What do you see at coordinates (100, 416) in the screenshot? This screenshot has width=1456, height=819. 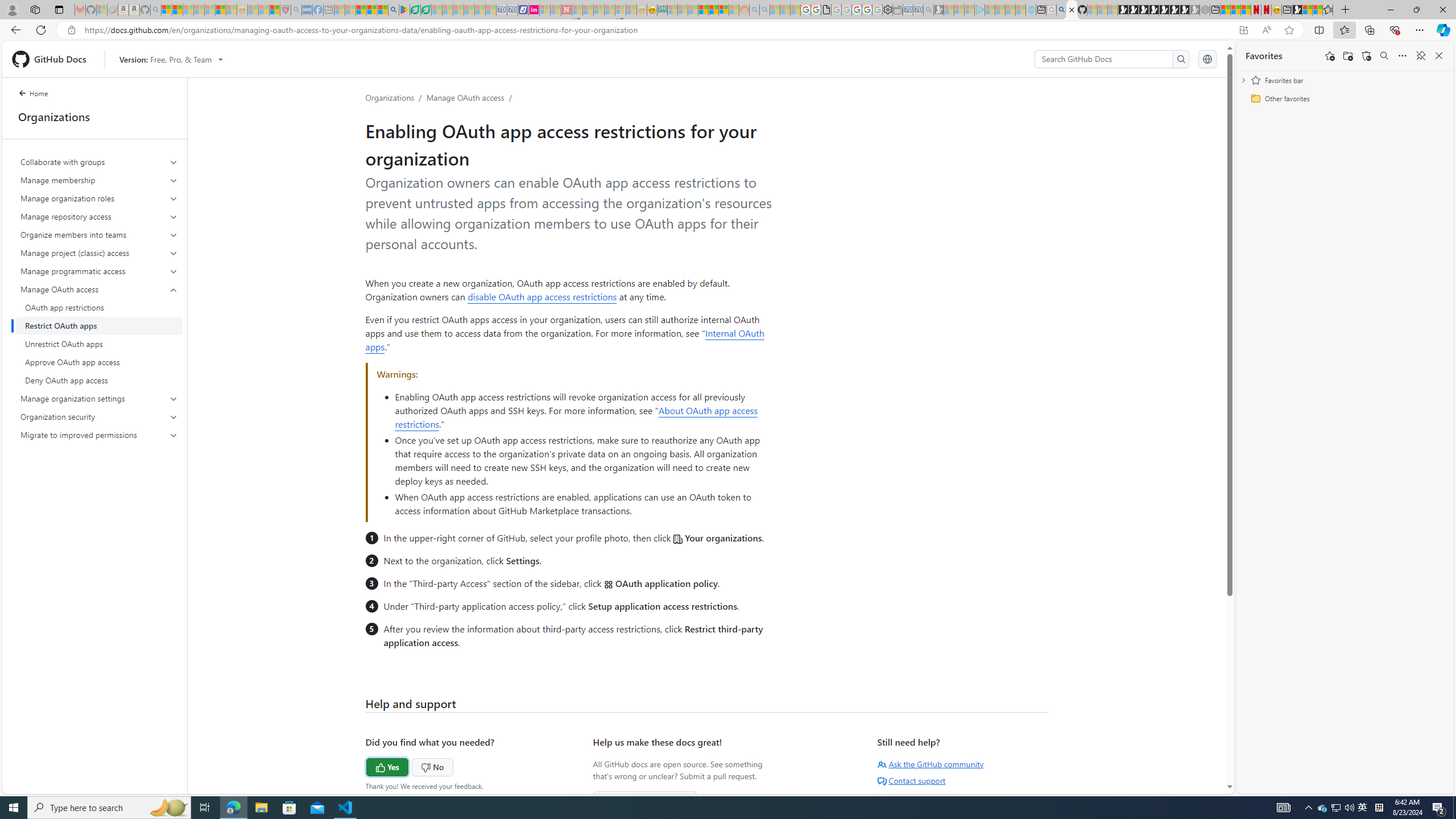 I see `'Organization security'` at bounding box center [100, 416].